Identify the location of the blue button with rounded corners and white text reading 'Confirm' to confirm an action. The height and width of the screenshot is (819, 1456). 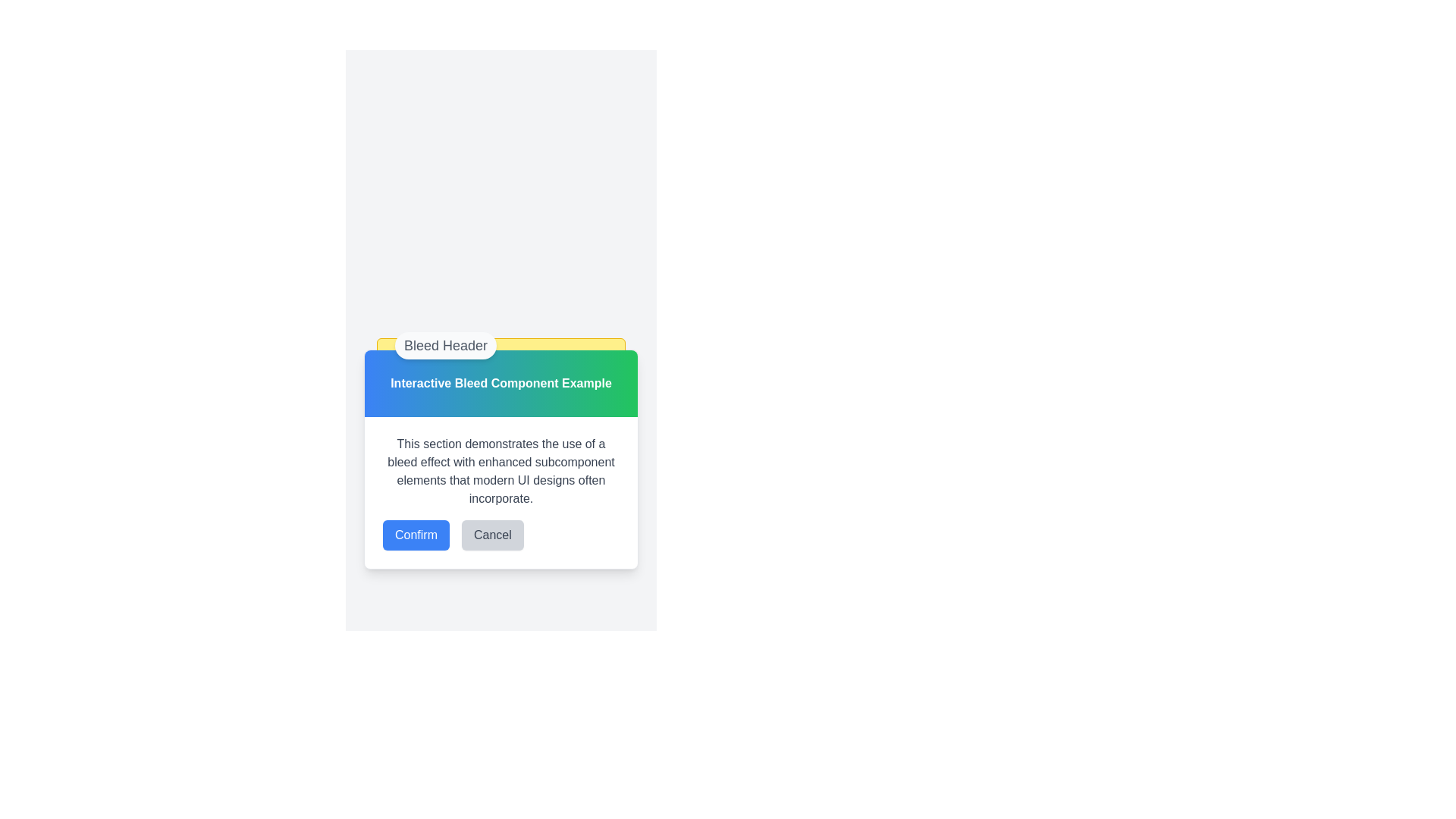
(416, 534).